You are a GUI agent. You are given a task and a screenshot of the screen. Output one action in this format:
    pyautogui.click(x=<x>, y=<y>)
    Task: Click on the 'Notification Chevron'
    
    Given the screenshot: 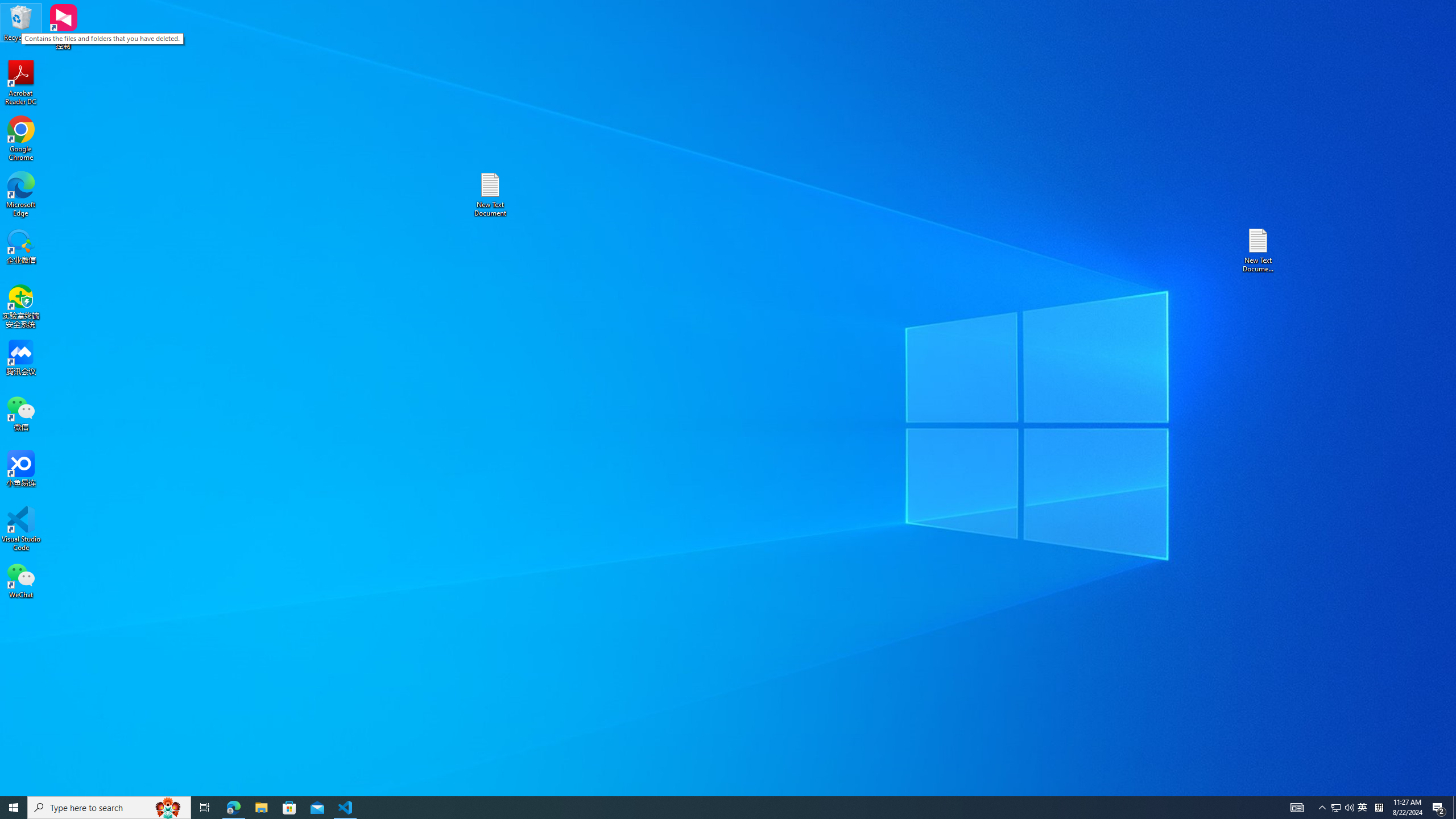 What is the action you would take?
    pyautogui.click(x=1322, y=806)
    